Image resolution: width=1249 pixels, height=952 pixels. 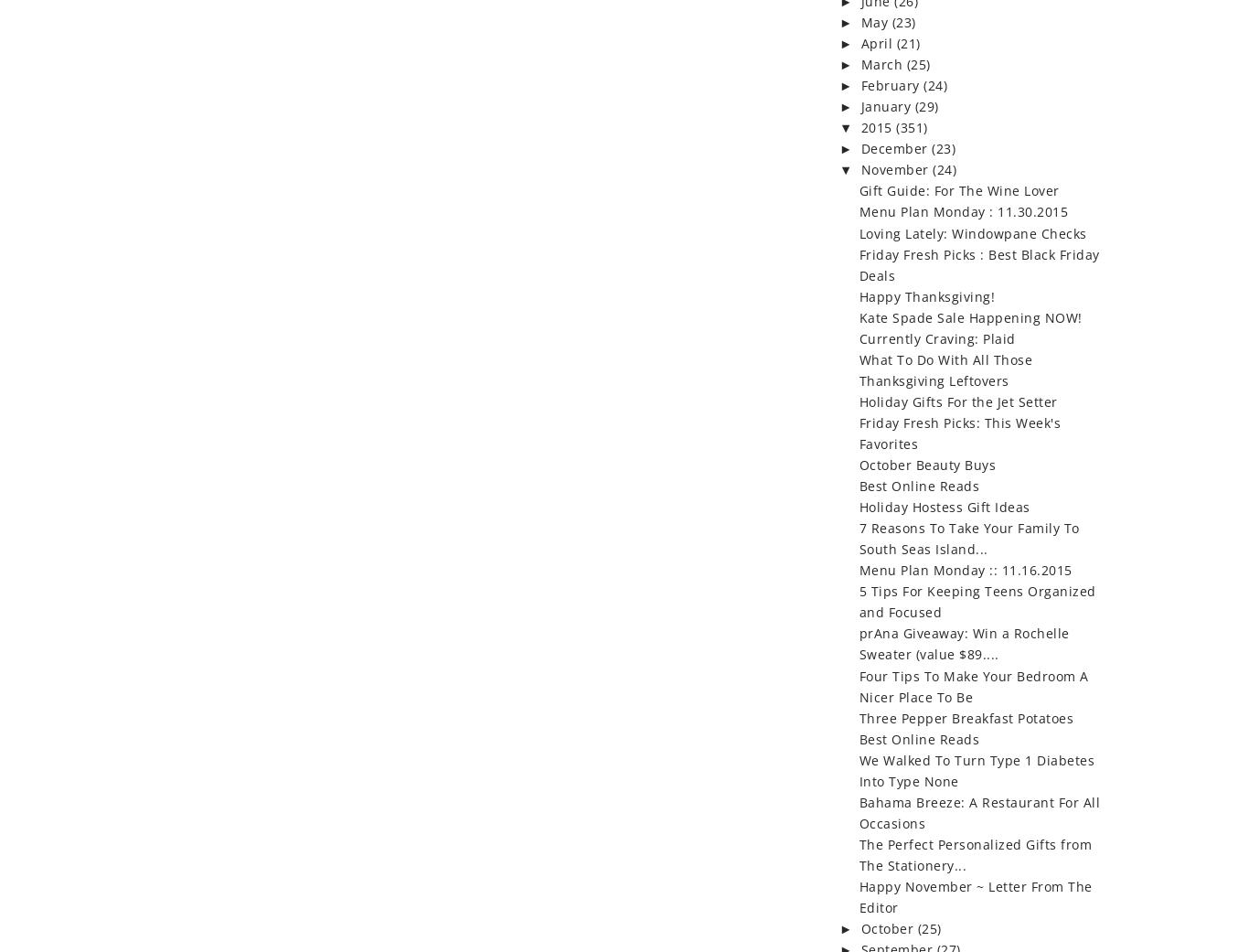 I want to click on 'November', so click(x=896, y=169).